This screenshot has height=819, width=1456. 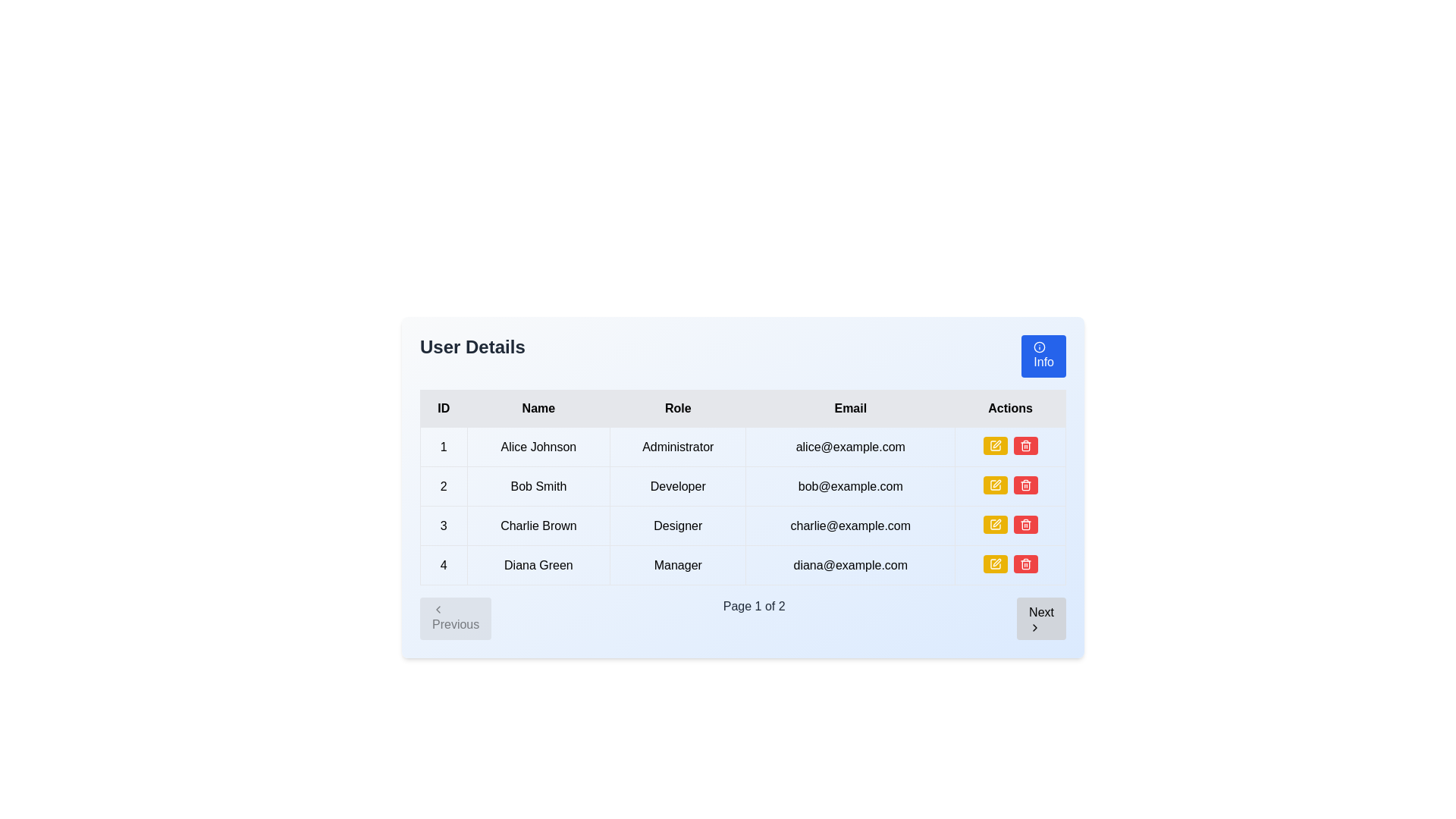 I want to click on the static text label displaying the role 'Administrator' in the third column of the first row under the header 'Role', so click(x=677, y=446).